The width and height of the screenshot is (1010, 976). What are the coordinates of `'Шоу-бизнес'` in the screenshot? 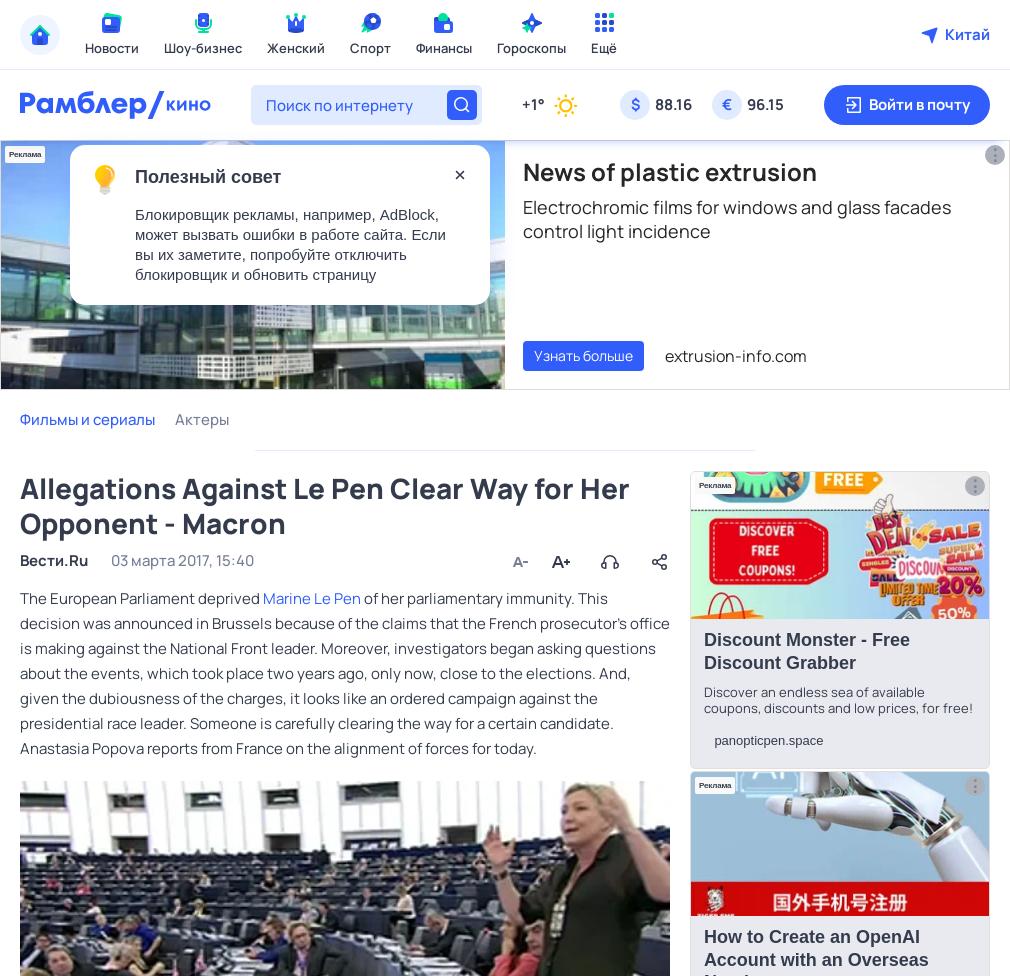 It's located at (202, 47).